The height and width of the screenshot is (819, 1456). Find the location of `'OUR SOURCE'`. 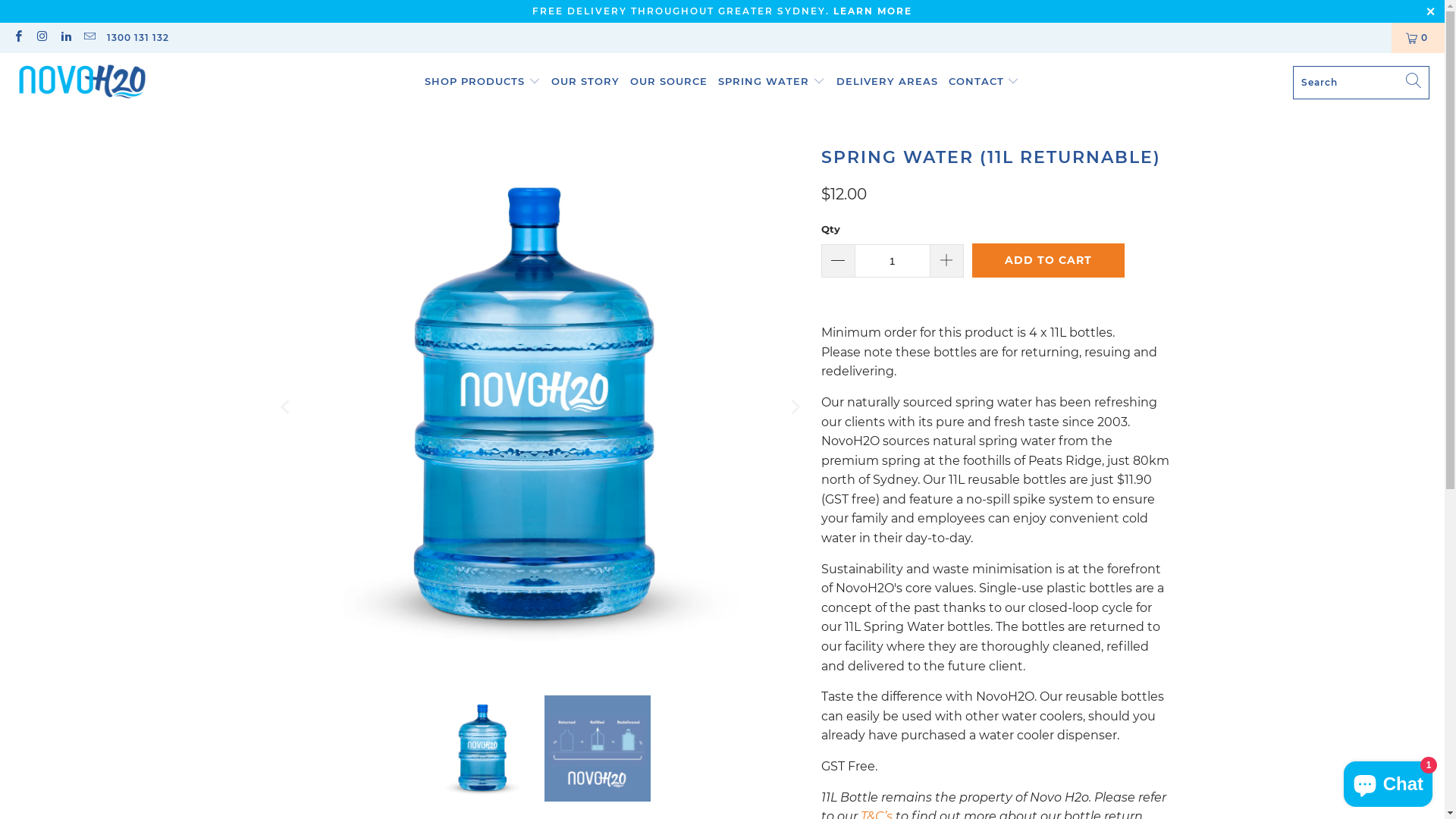

'OUR SOURCE' is located at coordinates (668, 82).